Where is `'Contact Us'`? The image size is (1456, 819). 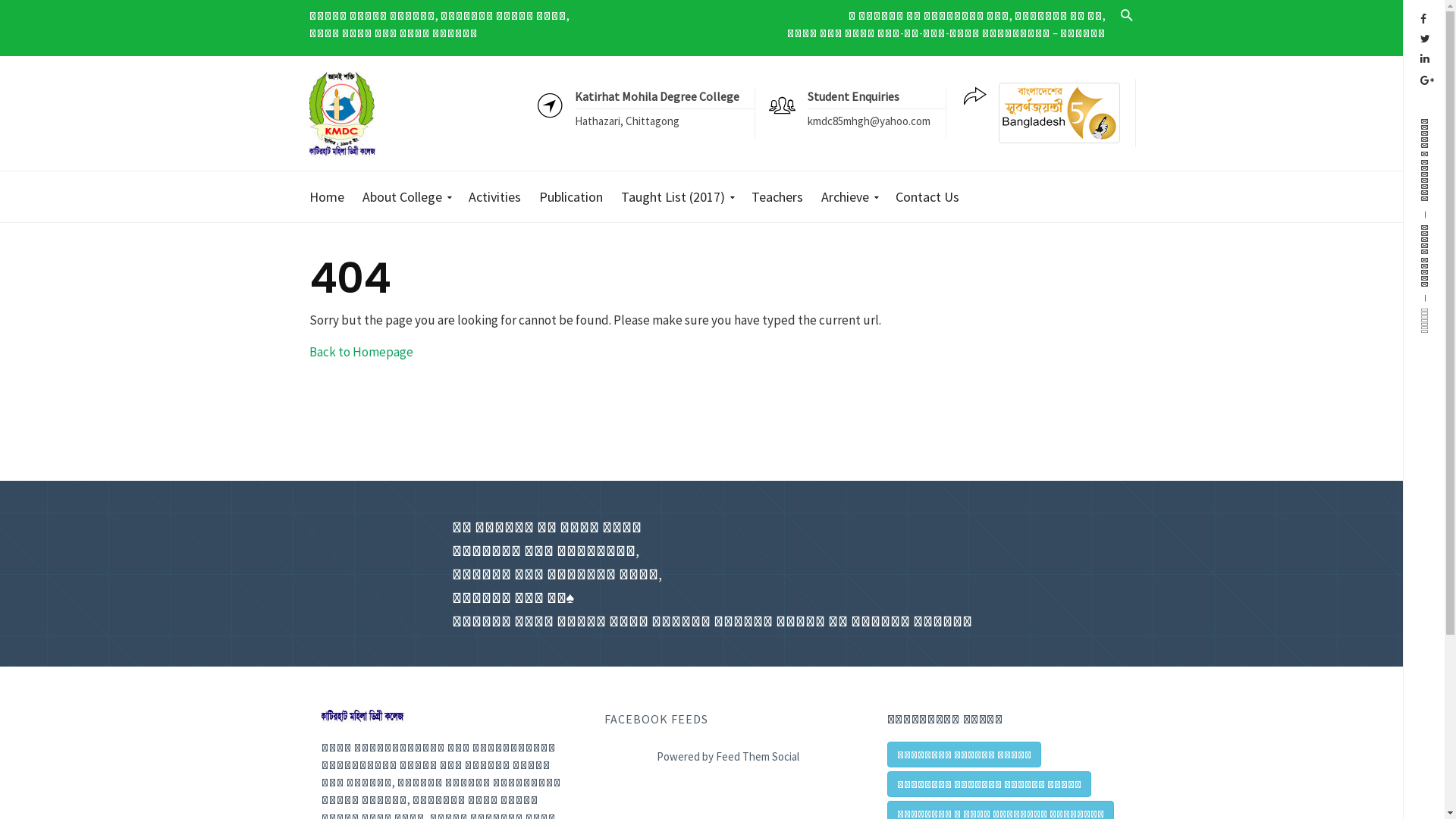 'Contact Us' is located at coordinates (927, 196).